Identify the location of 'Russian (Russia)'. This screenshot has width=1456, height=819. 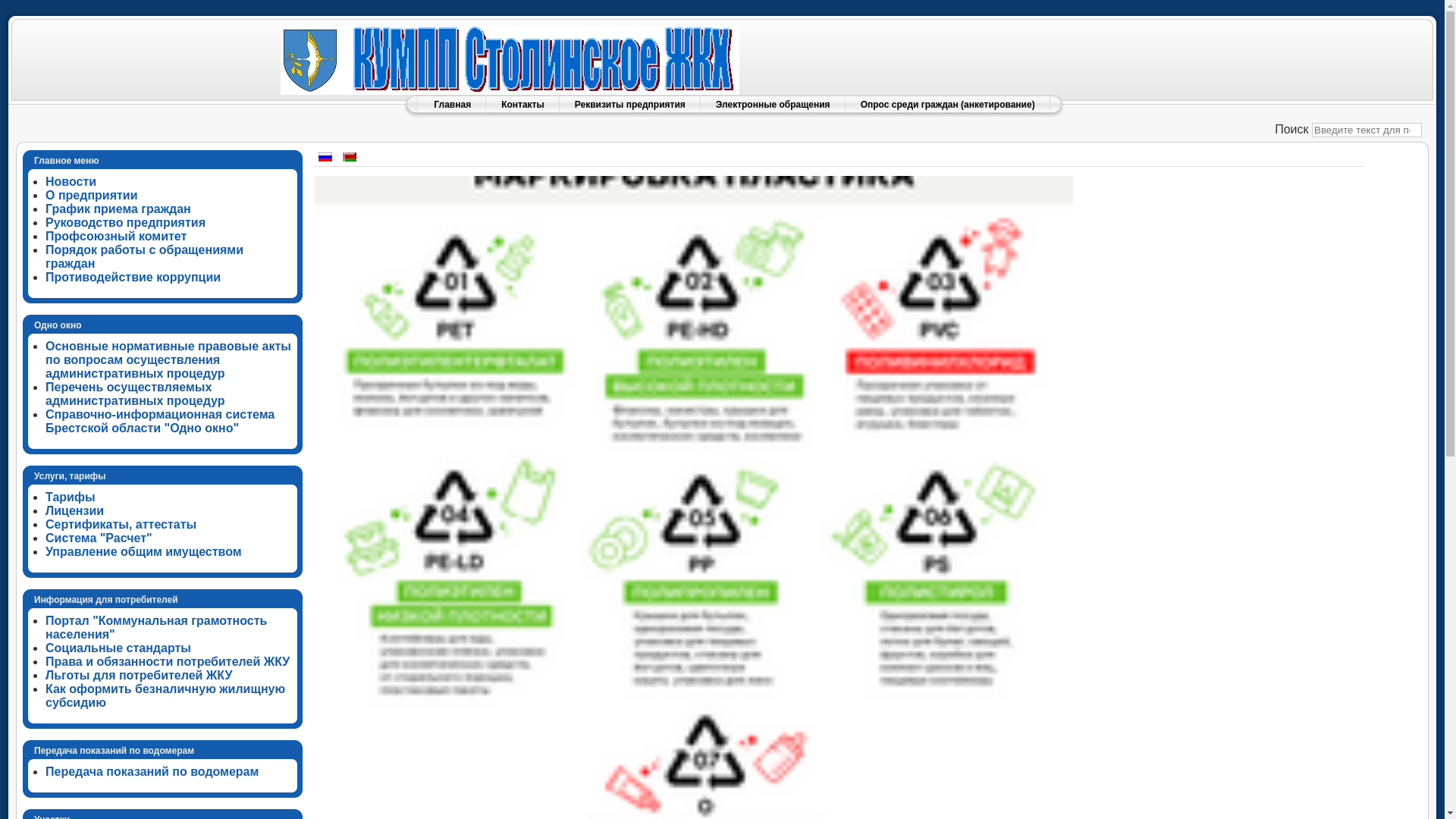
(324, 157).